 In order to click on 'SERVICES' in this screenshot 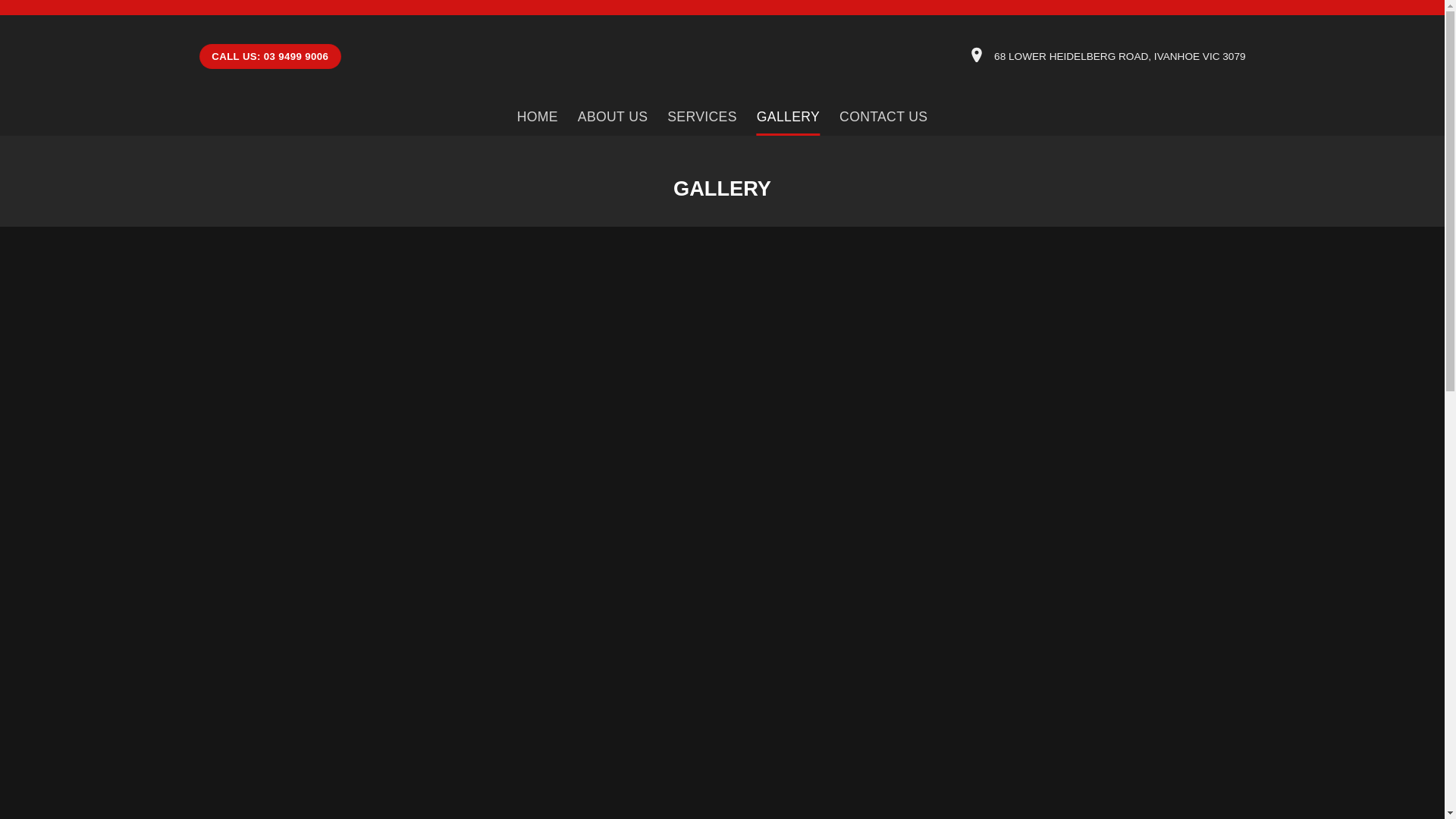, I will do `click(701, 116)`.